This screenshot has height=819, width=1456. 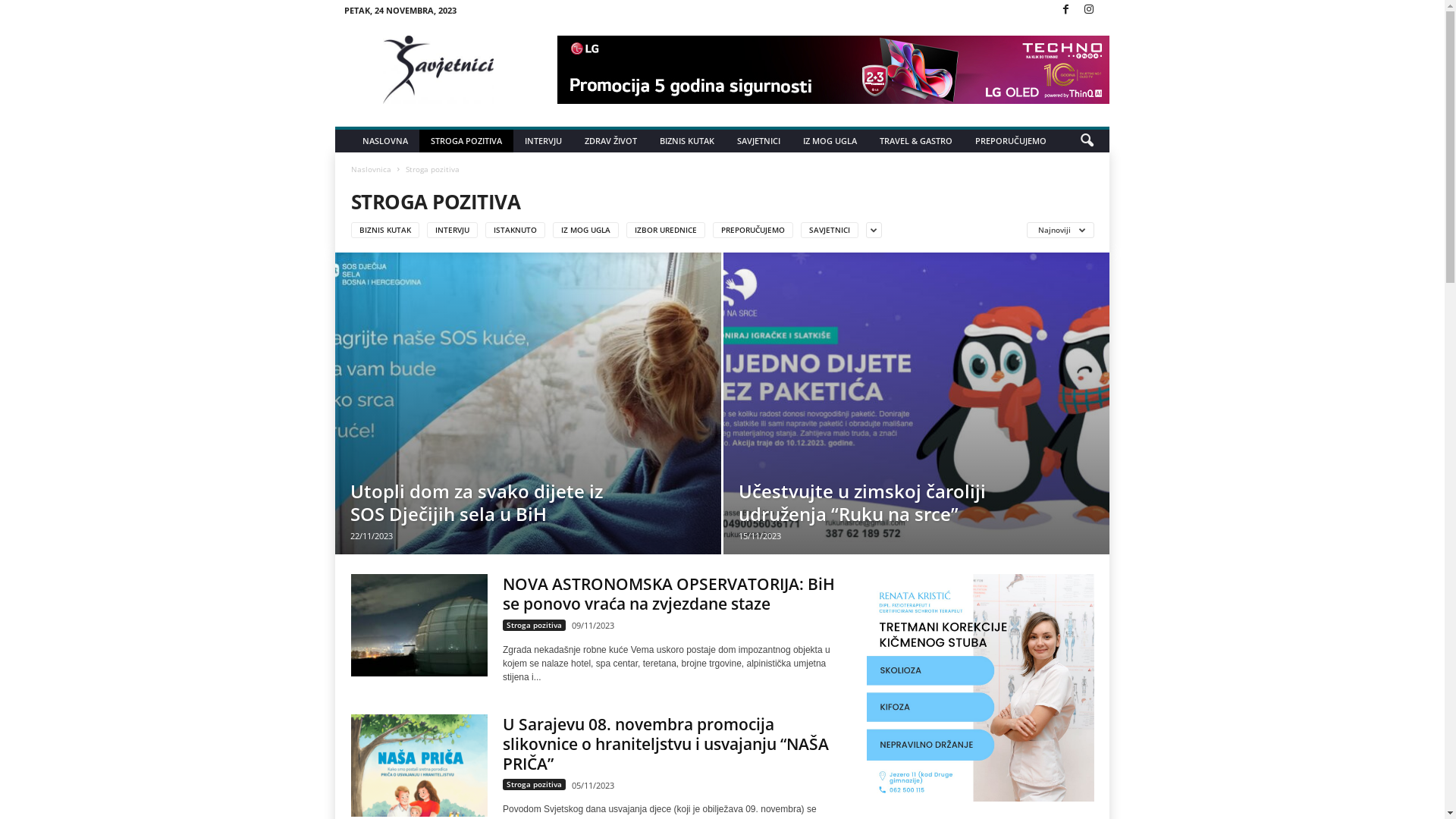 I want to click on 'NASLOVNA', so click(x=385, y=140).